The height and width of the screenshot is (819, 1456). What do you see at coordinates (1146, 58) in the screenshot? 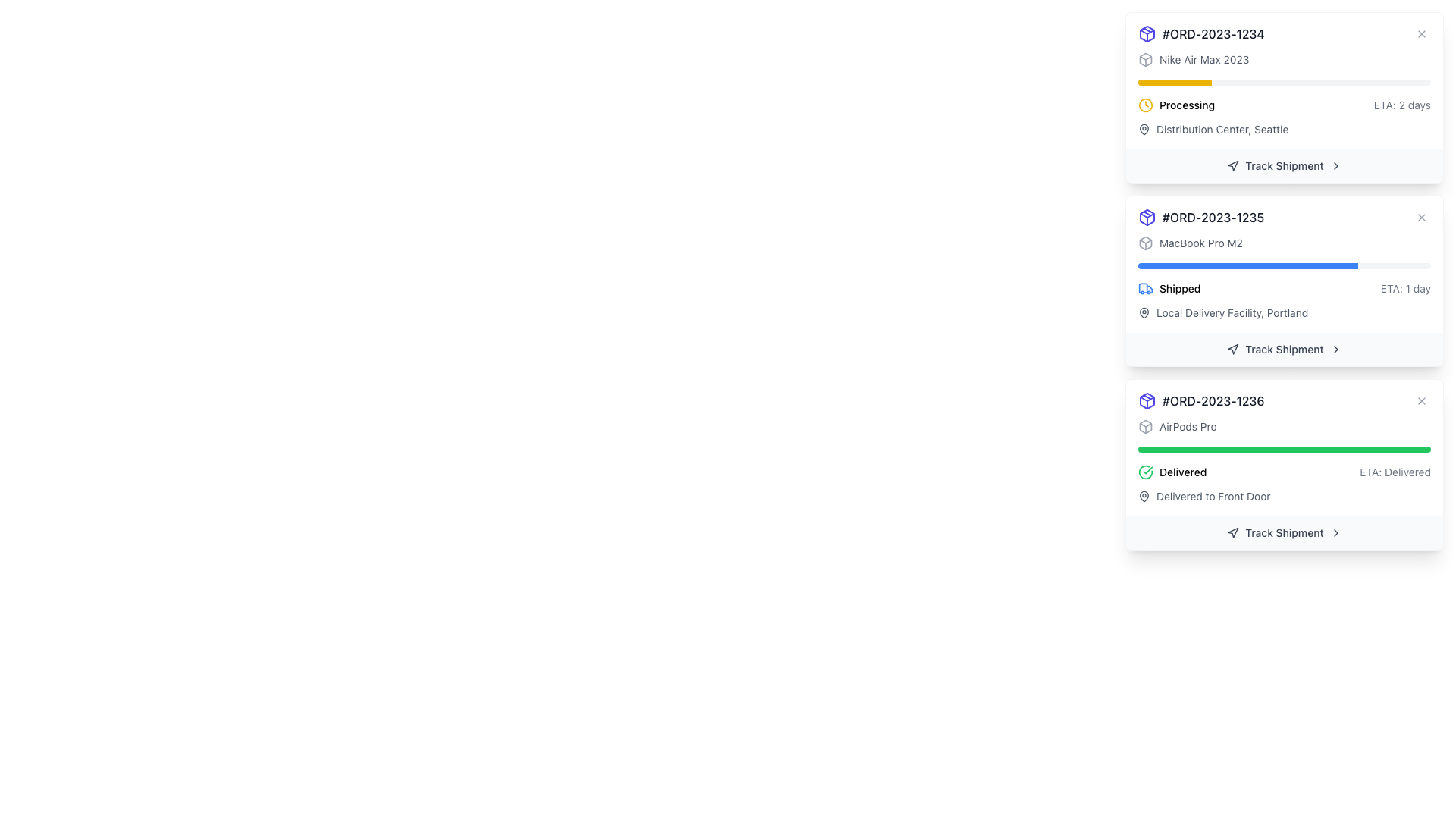
I see `the small, gray 3D box icon located at the top-left corner of the order card for order #ORD-2023-1234 if it is interactive` at bounding box center [1146, 58].